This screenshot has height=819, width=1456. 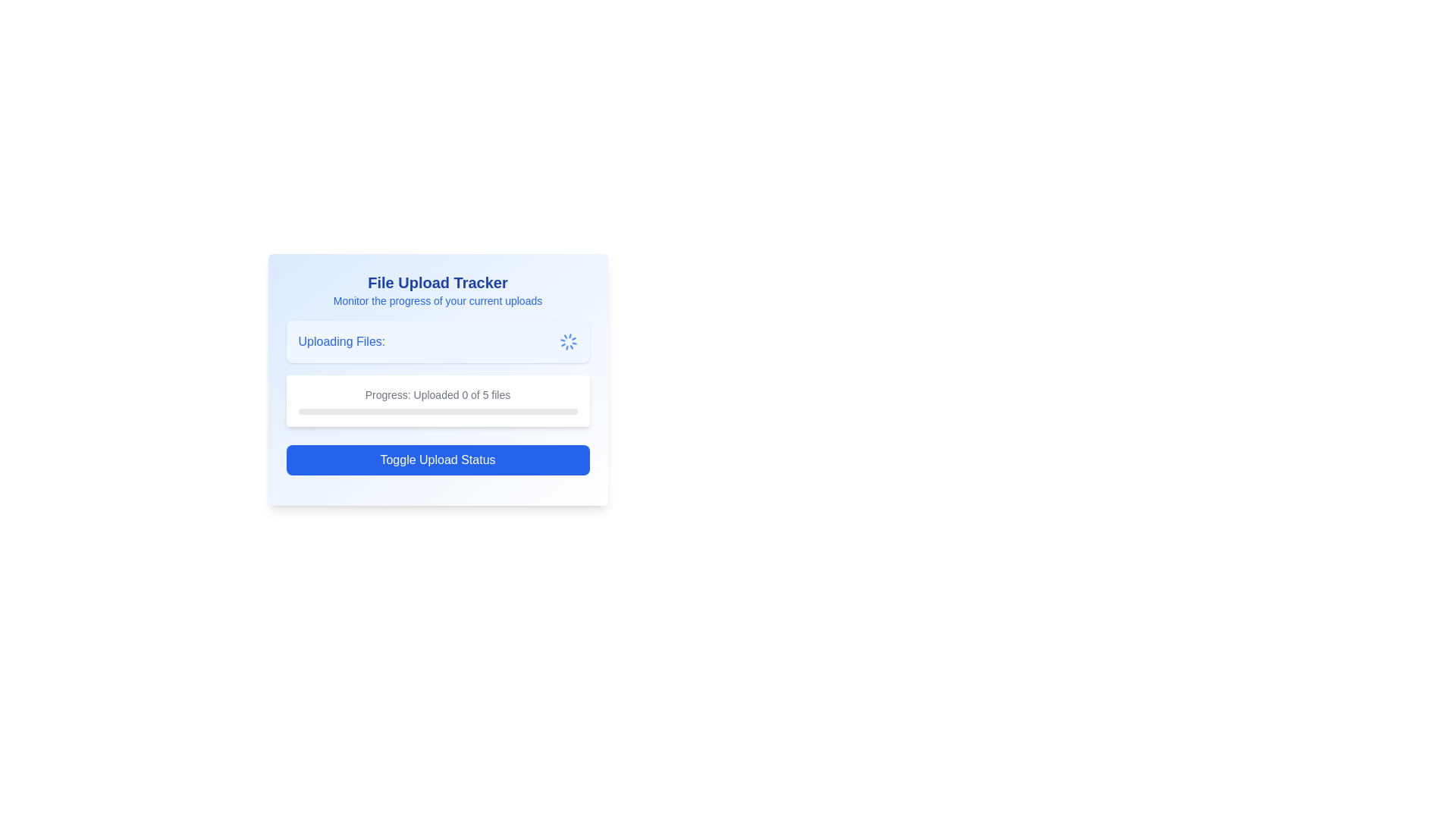 I want to click on the static text element which serves as the title for the file upload tracking widget, positioned centrally above the subtitle, so click(x=437, y=283).